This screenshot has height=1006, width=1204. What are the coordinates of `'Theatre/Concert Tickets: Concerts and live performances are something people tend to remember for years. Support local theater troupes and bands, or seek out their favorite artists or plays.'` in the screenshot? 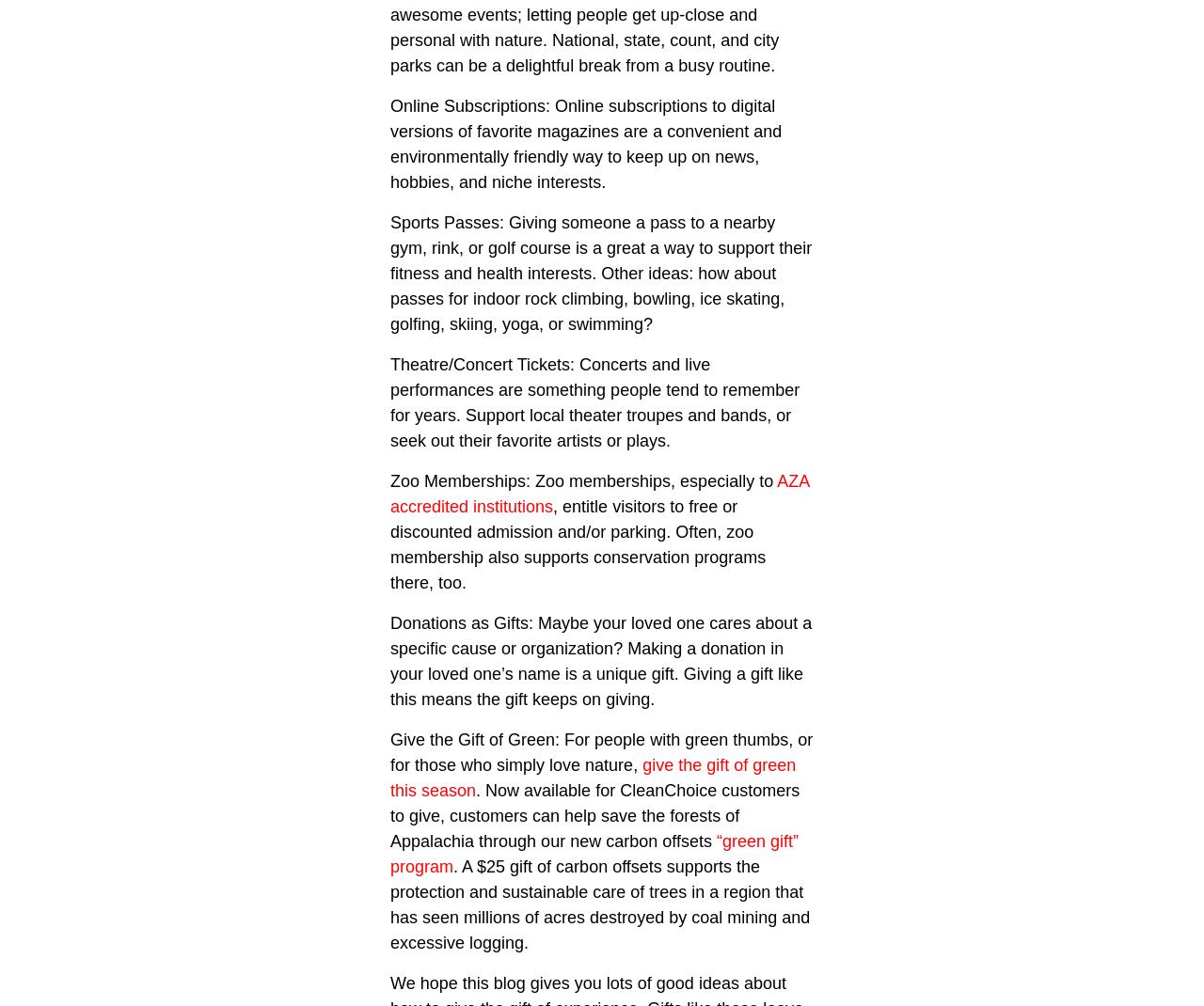 It's located at (594, 401).